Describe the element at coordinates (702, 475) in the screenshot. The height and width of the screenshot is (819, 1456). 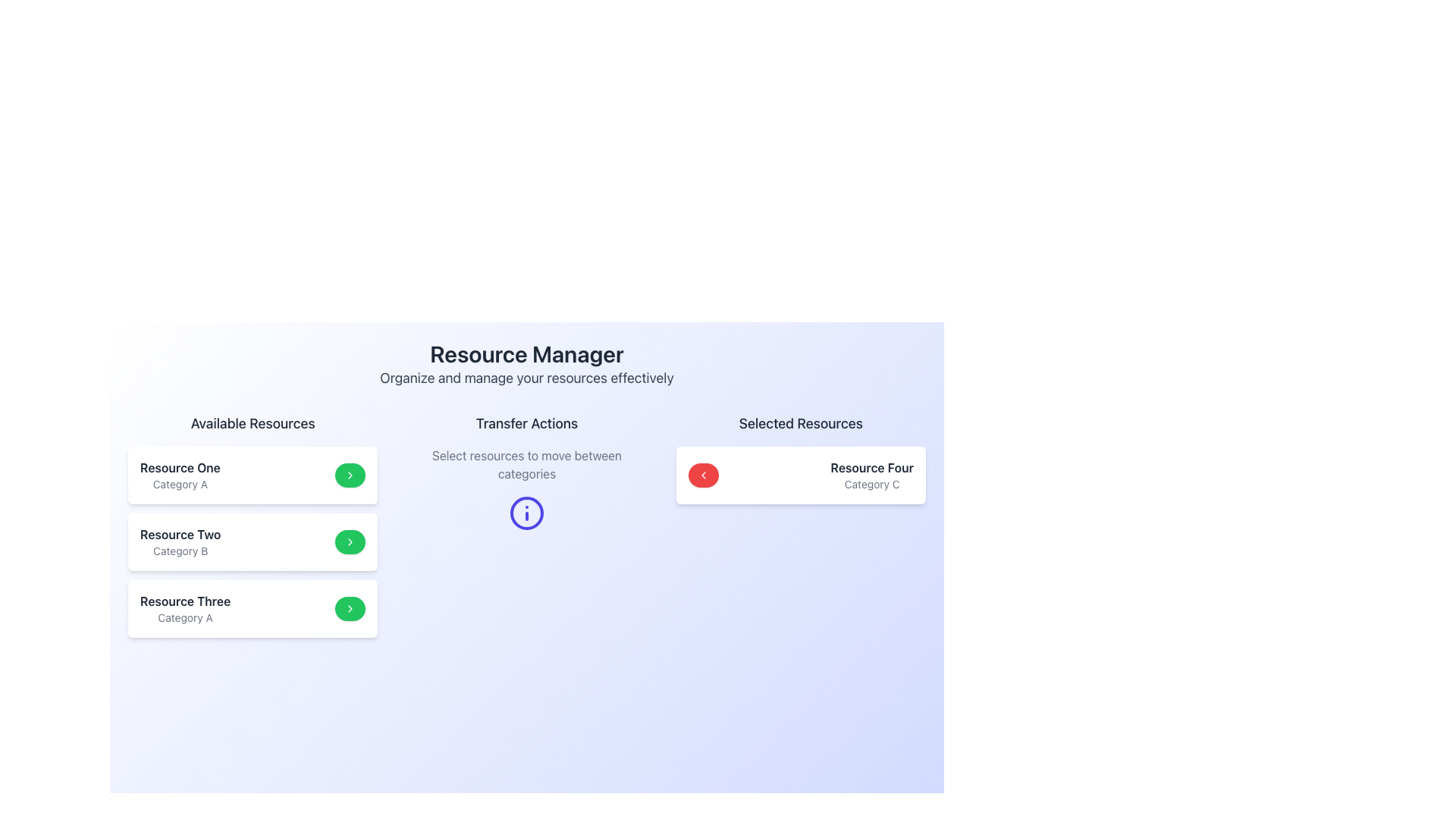
I see `the circular red button with a white left-pointing chevron icon located in the top-left corner of the 'Resource Four' card under 'Selected Resources' to trigger the hover effect` at that location.